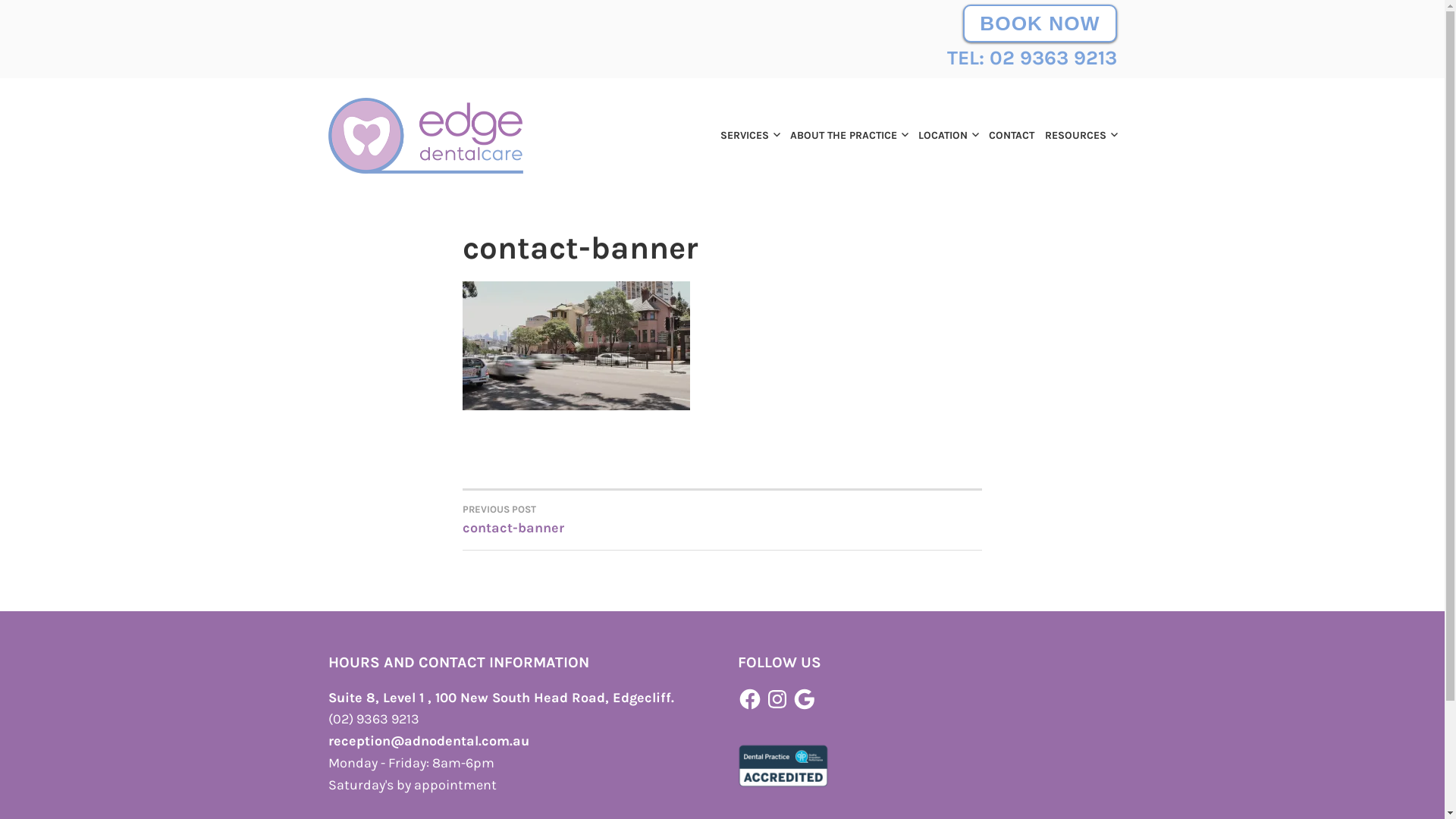 Image resolution: width=1456 pixels, height=819 pixels. Describe the element at coordinates (981, 134) in the screenshot. I see `'CONTACT'` at that location.